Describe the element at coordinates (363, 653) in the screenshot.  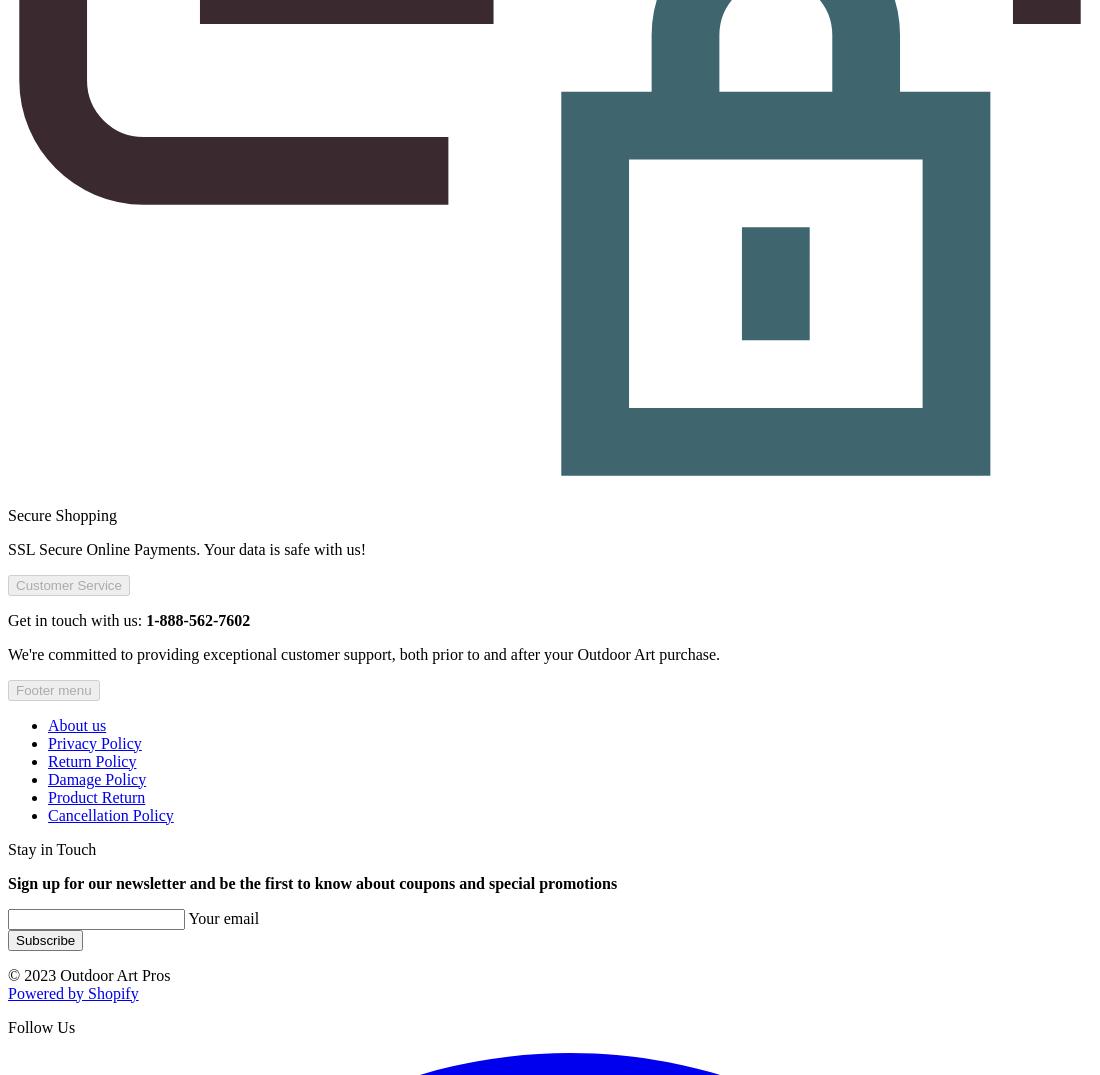
I see `'We're committed to providing exceptional customer support, both prior to and after your Outdoor Art purchase.'` at that location.